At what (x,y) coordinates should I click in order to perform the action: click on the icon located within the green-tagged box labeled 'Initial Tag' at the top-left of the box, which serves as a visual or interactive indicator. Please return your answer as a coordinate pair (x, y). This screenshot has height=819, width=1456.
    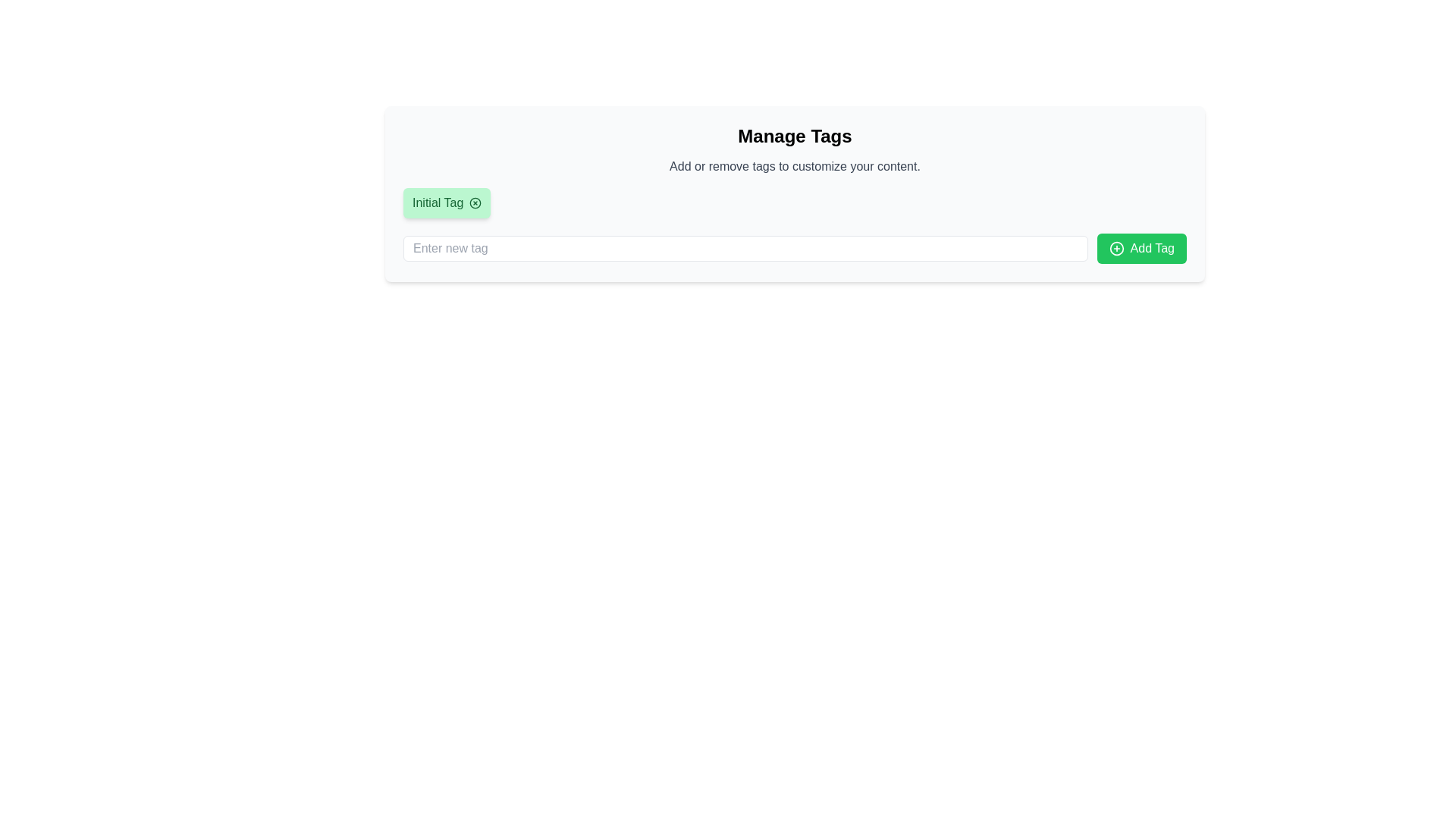
    Looking at the image, I should click on (475, 202).